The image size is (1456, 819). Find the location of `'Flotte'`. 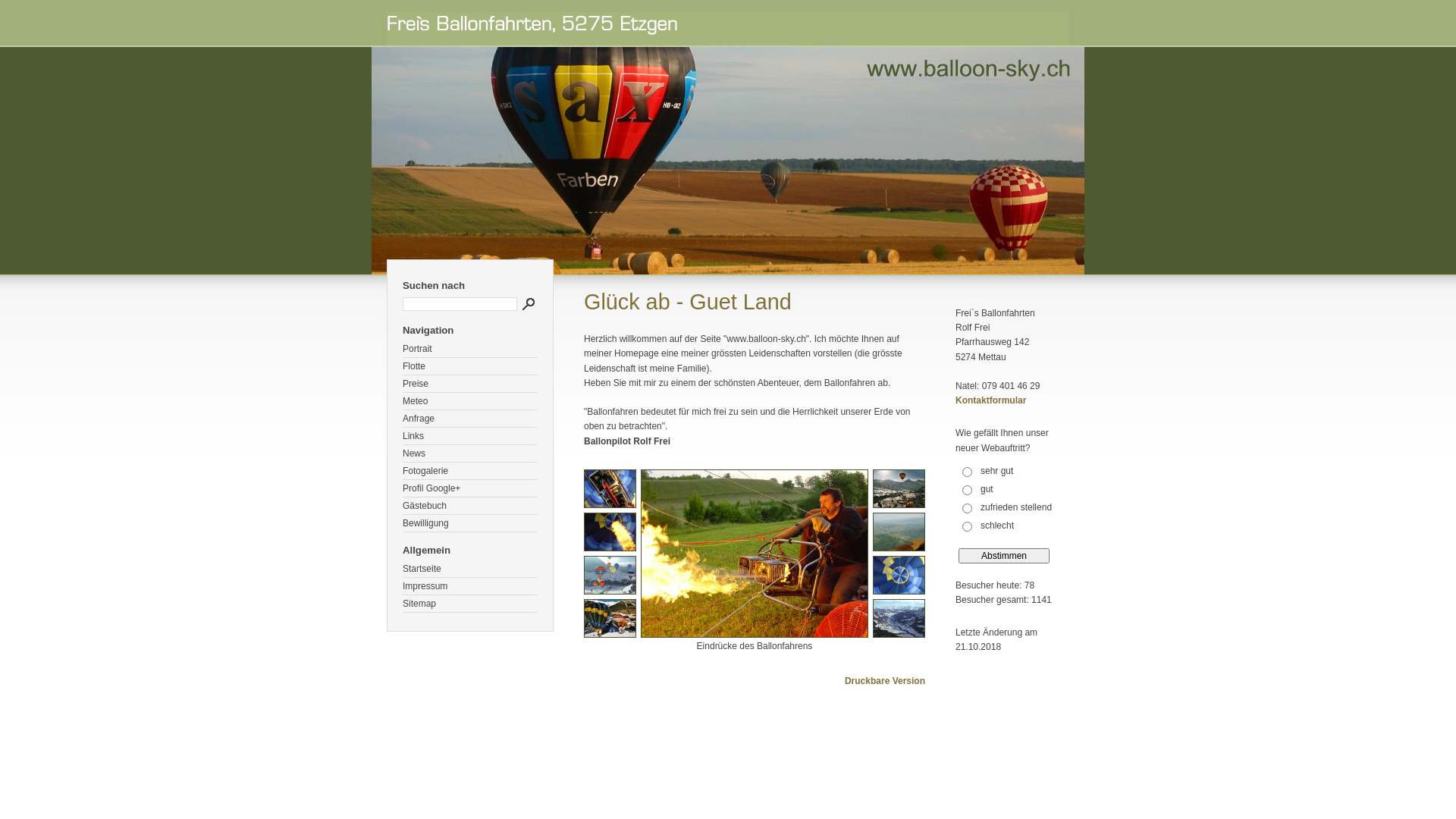

'Flotte' is located at coordinates (403, 366).